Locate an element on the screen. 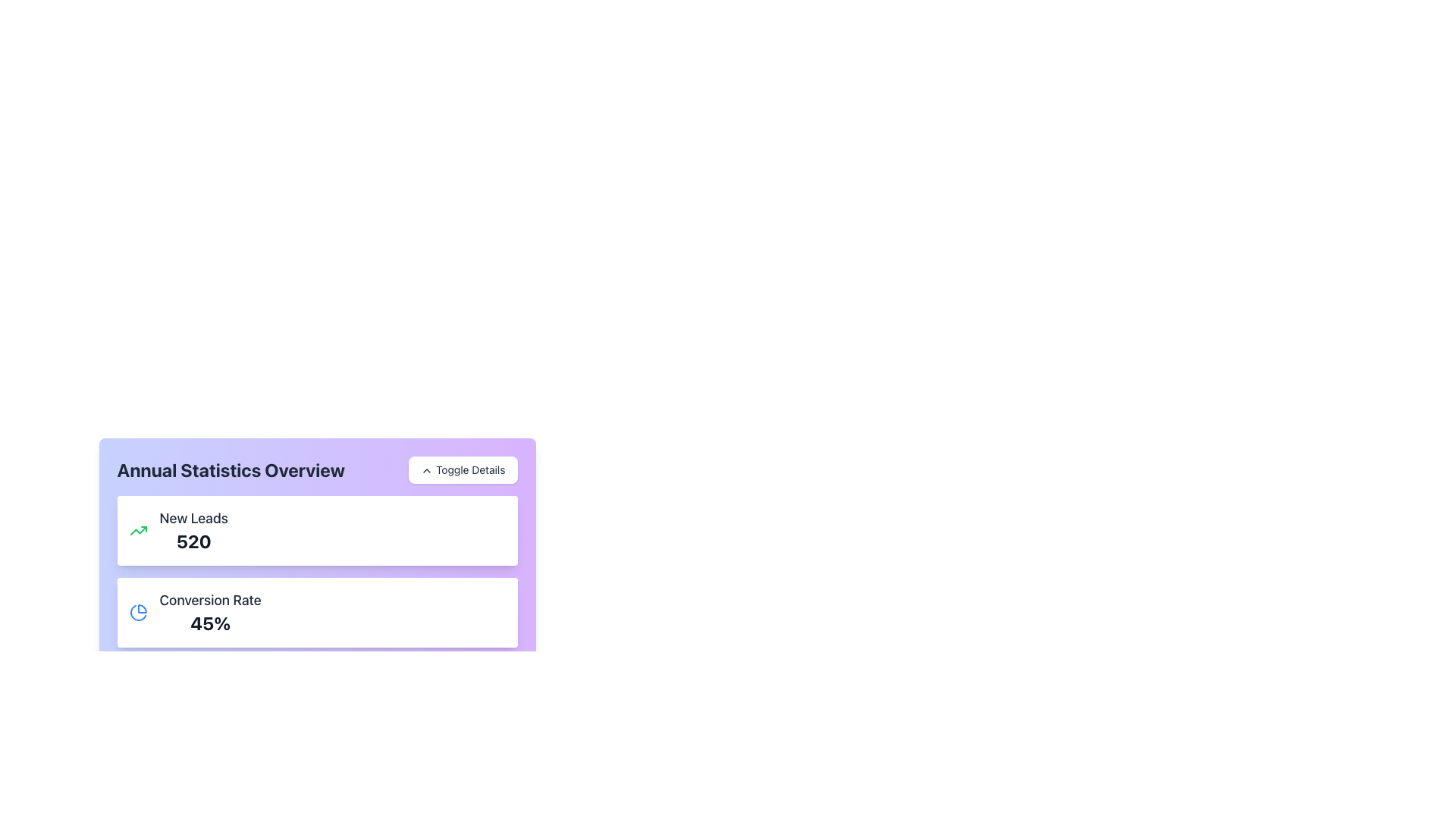 This screenshot has height=819, width=1456. the pie chart icon located at the top-left corner of the 'Conversion Rate' statistics card, preceding the text 'Conversion Rate' and the value '45%.' is located at coordinates (138, 611).